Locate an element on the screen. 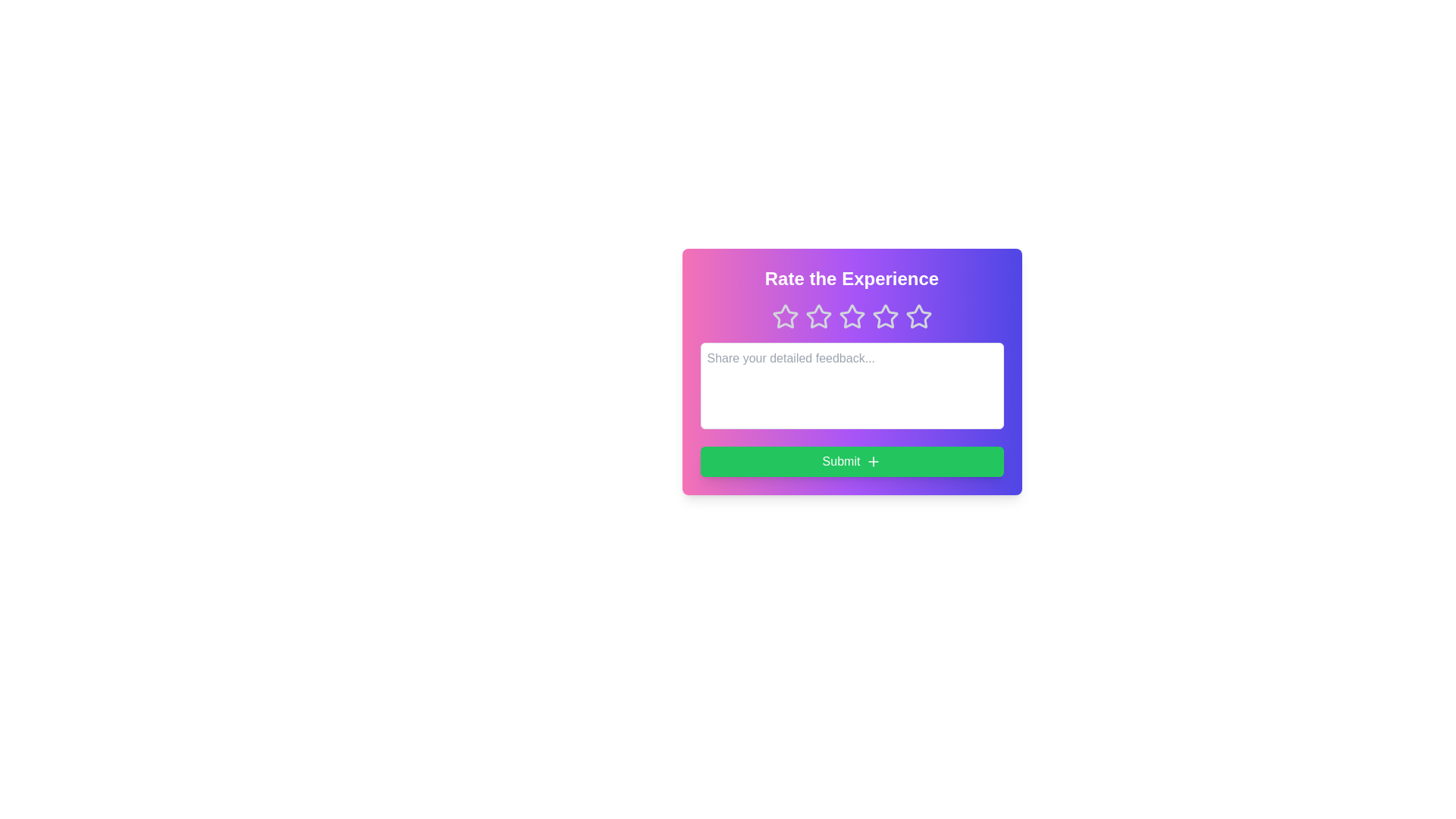  submit button to finalize the rating and feedback is located at coordinates (852, 461).